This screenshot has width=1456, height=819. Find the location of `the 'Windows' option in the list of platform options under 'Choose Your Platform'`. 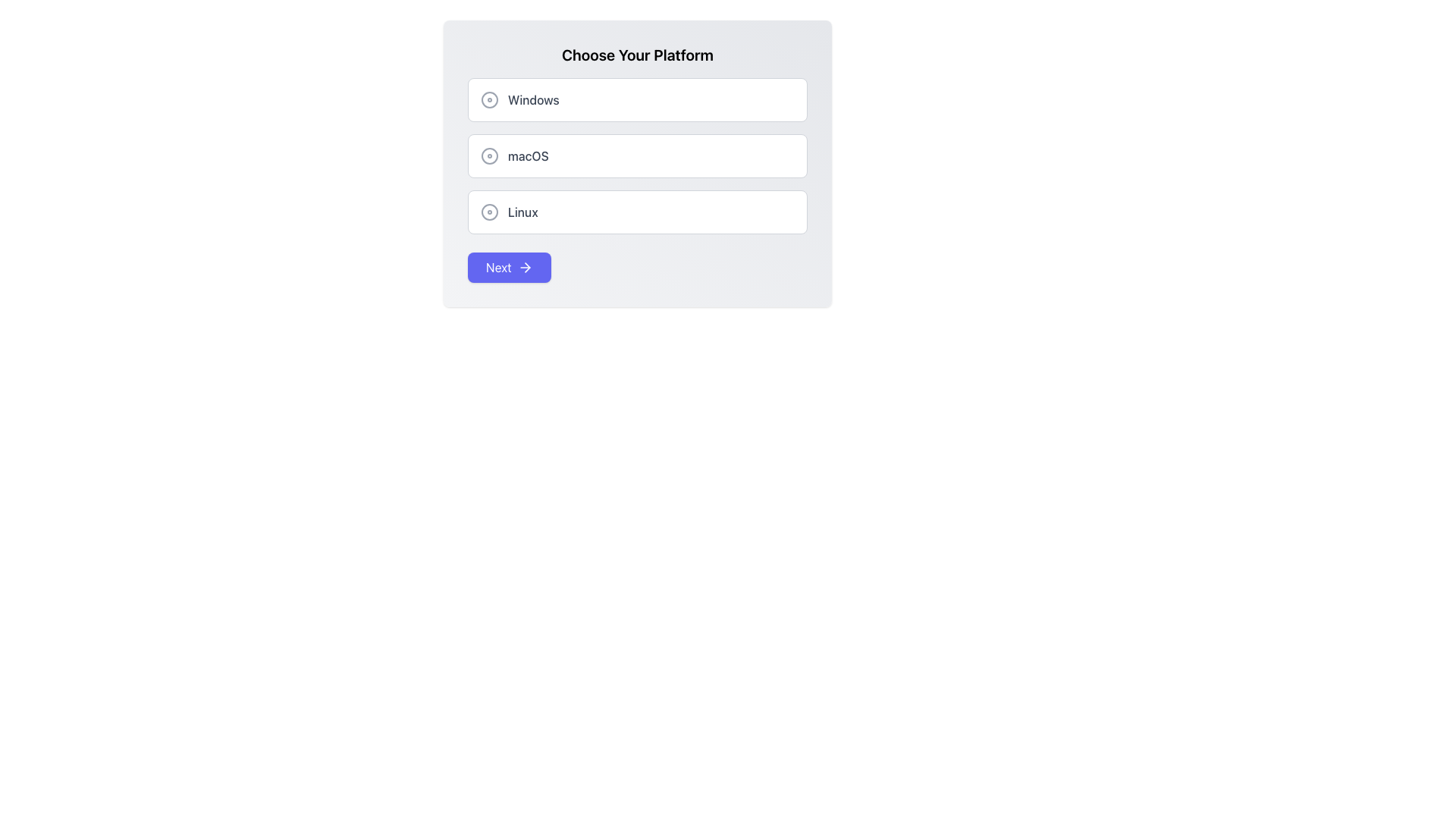

the 'Windows' option in the list of platform options under 'Choose Your Platform' is located at coordinates (637, 99).